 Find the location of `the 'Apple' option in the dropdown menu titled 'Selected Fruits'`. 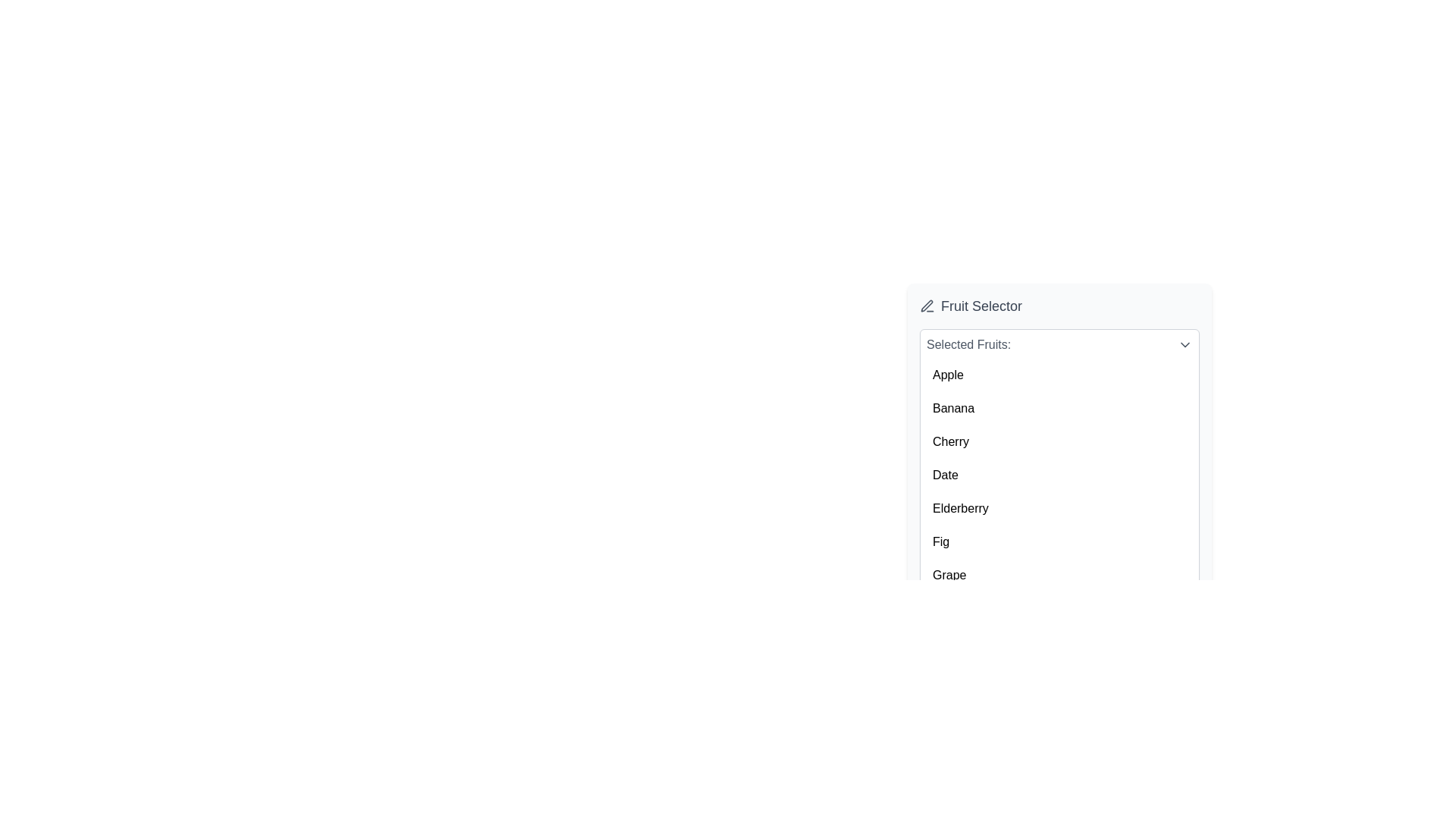

the 'Apple' option in the dropdown menu titled 'Selected Fruits' is located at coordinates (1059, 375).